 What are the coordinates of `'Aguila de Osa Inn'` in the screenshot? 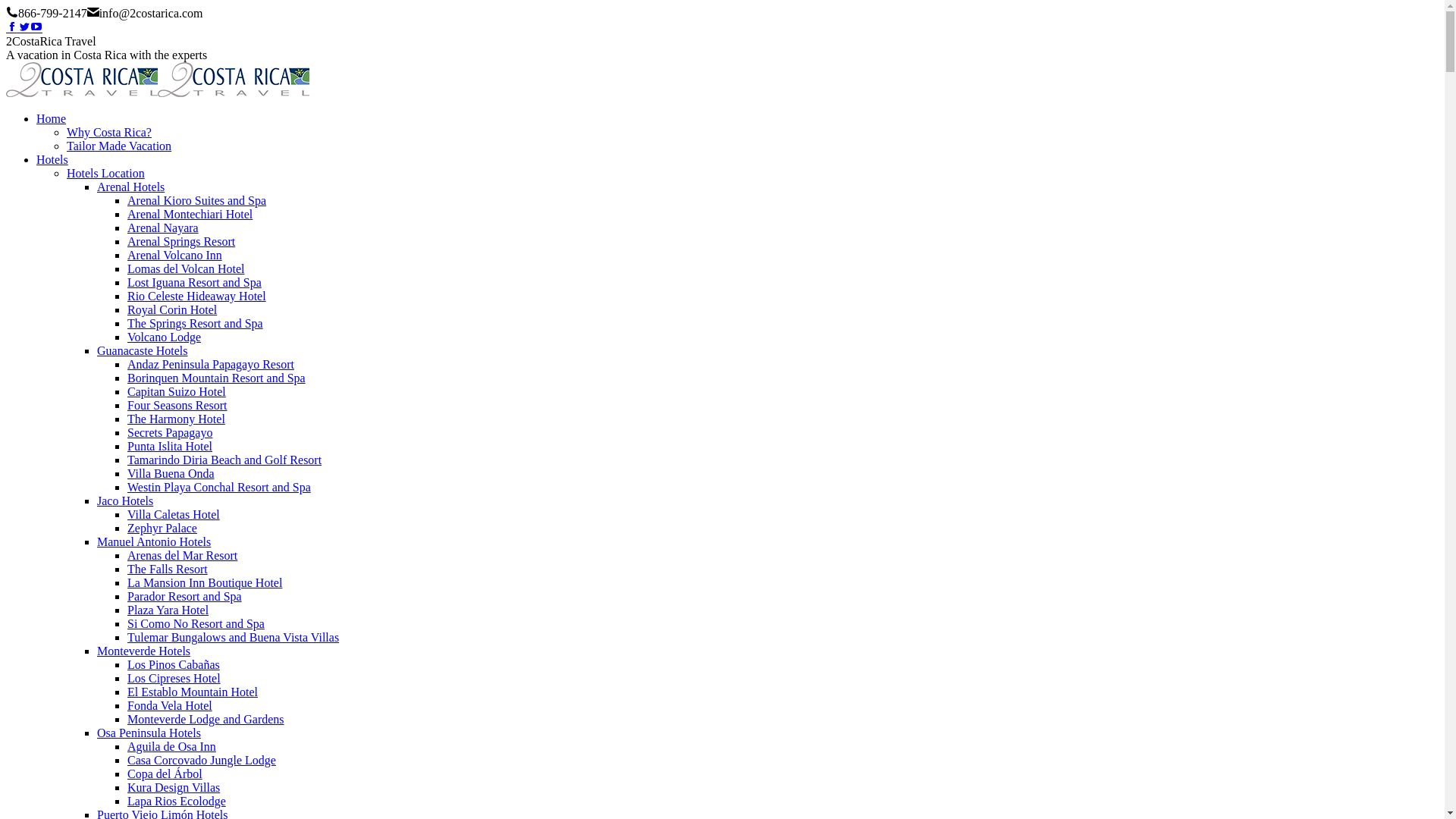 It's located at (127, 745).